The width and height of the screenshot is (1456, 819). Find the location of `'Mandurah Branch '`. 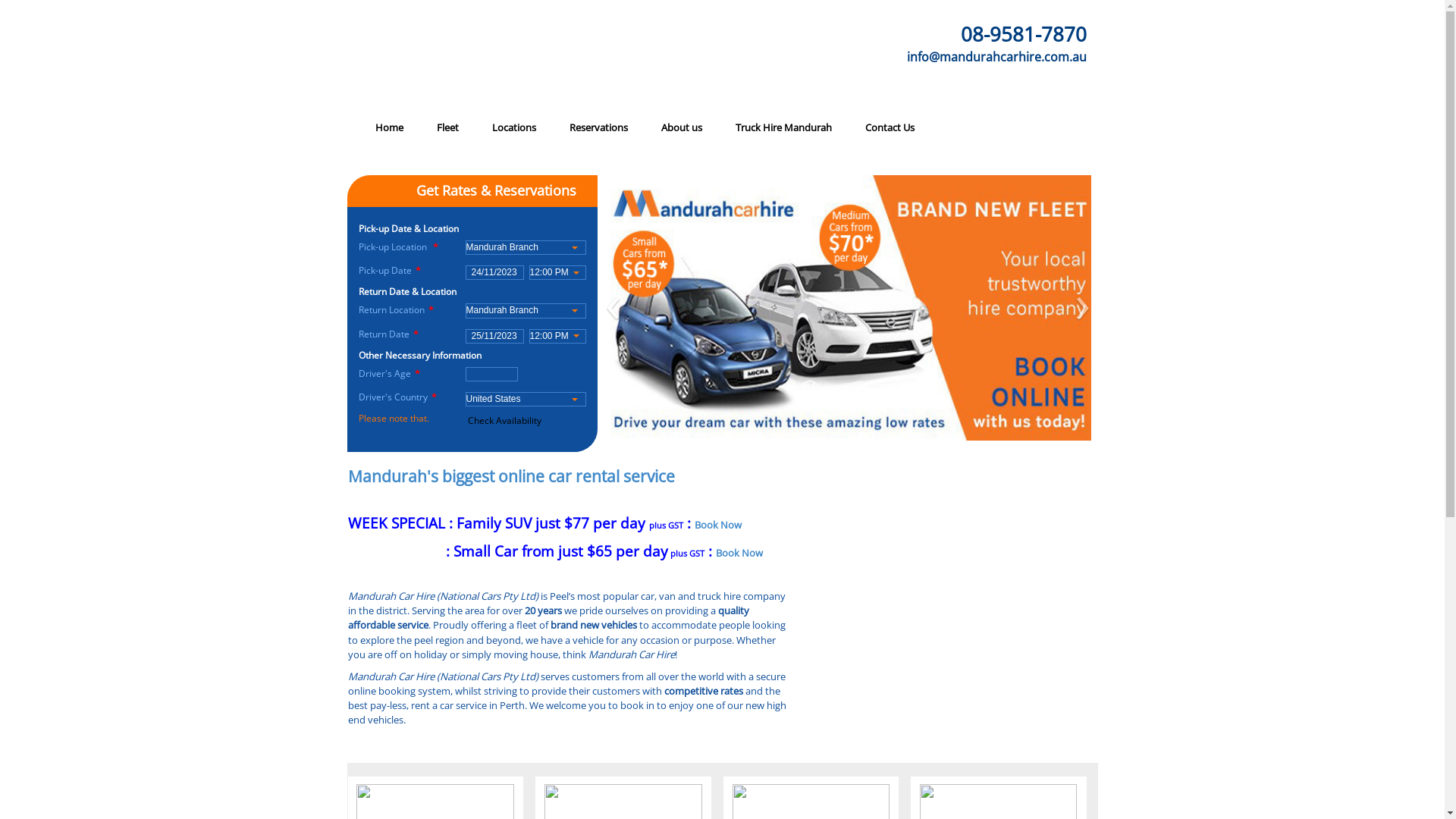

'Mandurah Branch ' is located at coordinates (525, 246).